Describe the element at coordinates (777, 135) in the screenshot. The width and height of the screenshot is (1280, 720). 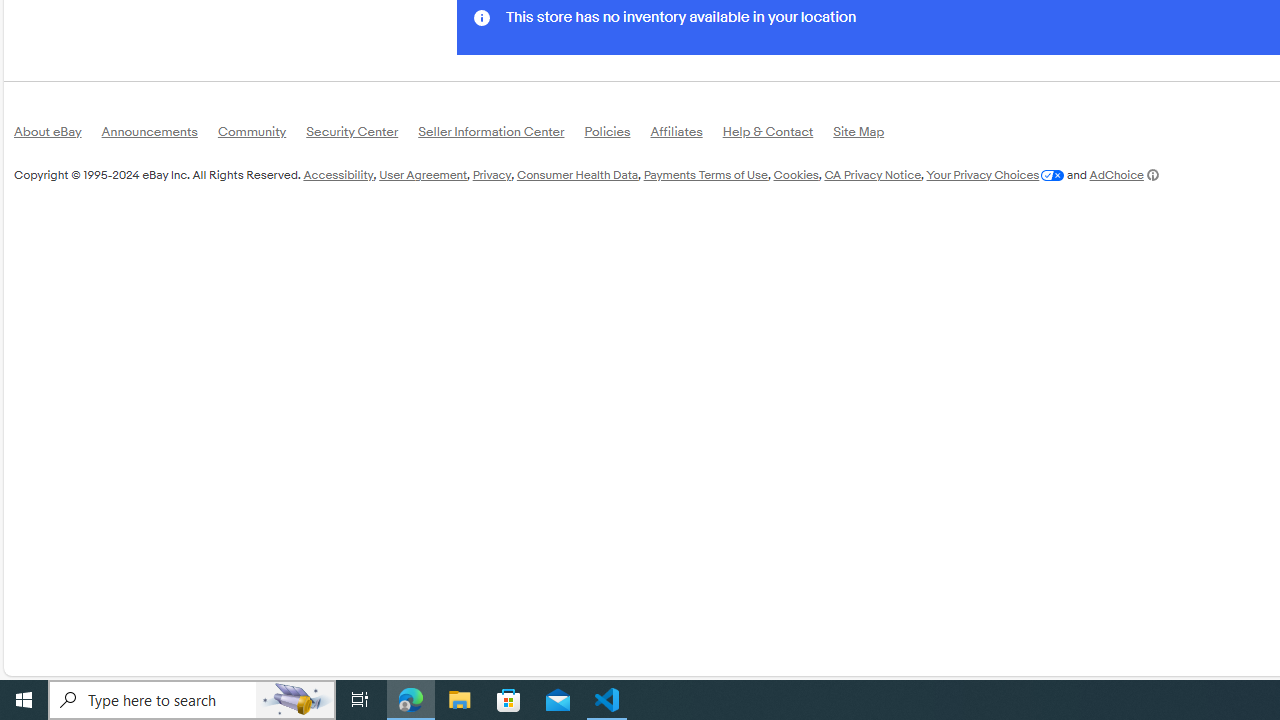
I see `'Help & Contact'` at that location.